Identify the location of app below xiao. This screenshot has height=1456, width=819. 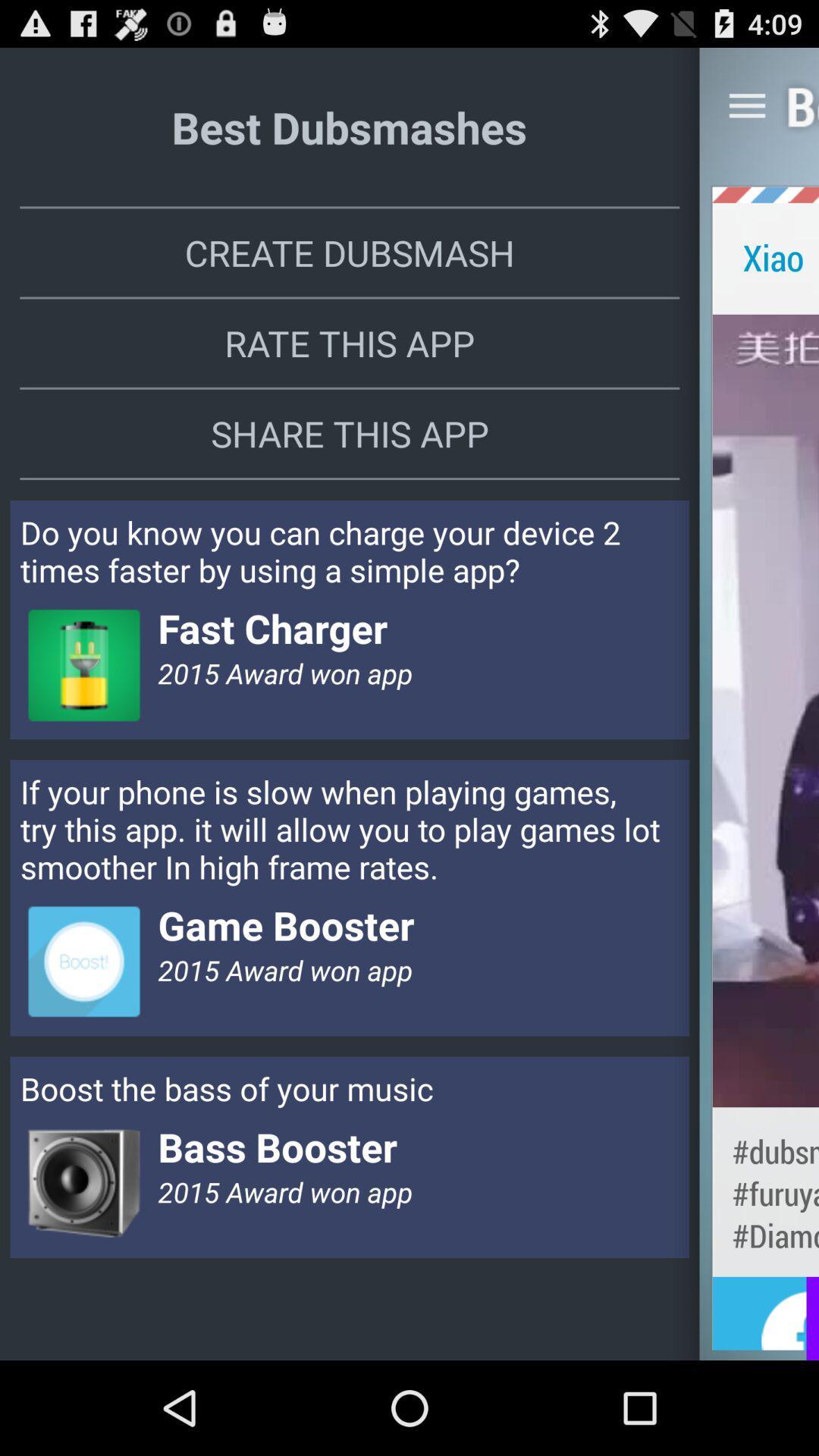
(765, 710).